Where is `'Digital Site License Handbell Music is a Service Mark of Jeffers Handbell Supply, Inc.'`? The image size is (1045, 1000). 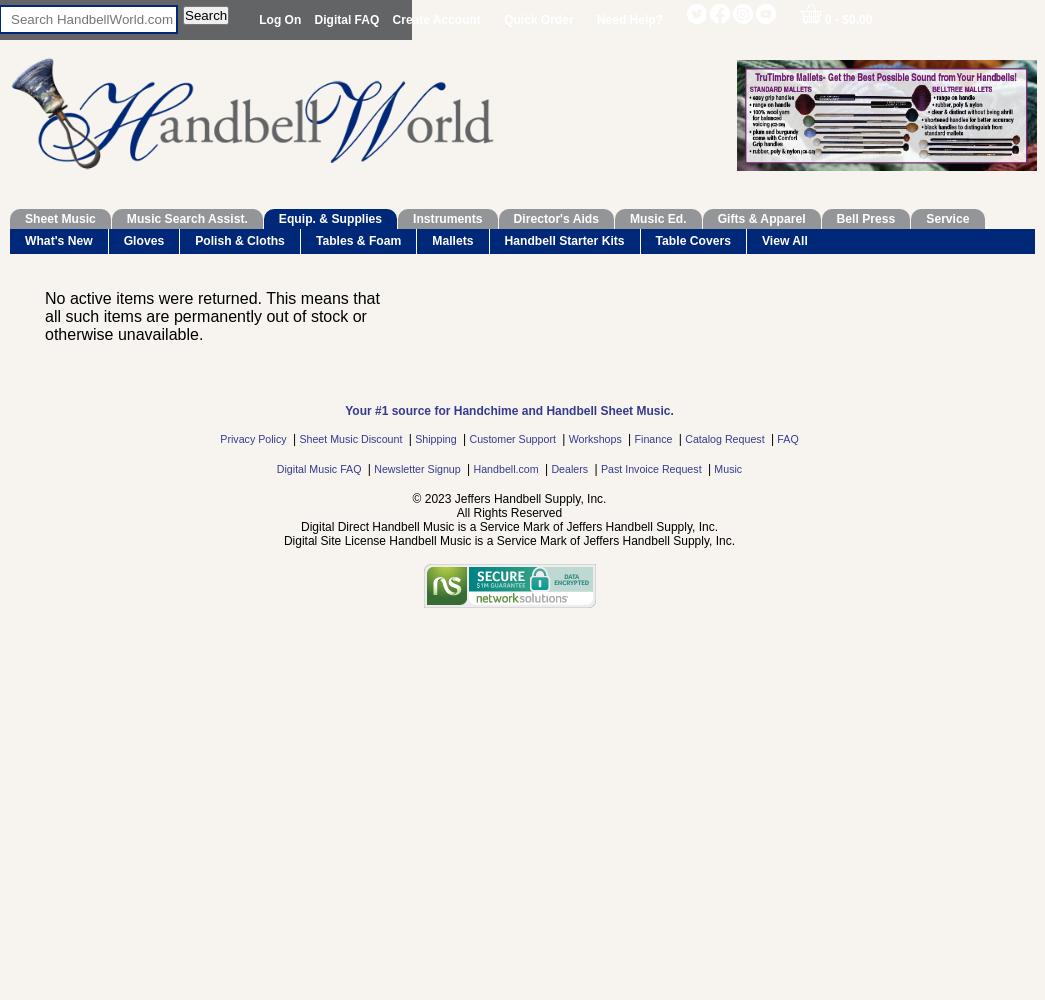 'Digital Site License Handbell Music is a Service Mark of Jeffers Handbell Supply, Inc.' is located at coordinates (508, 541).